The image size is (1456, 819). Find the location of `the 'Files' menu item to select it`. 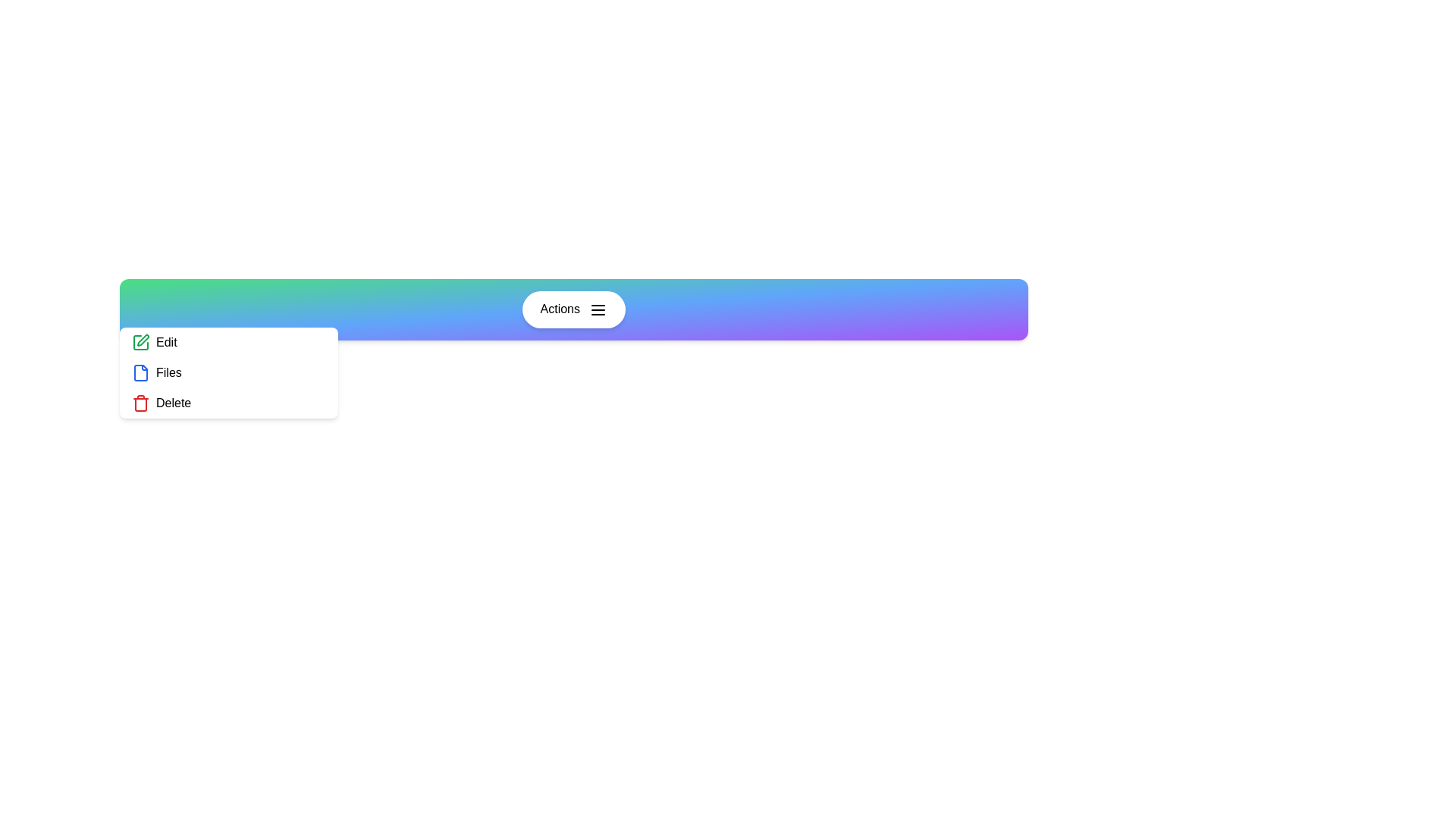

the 'Files' menu item to select it is located at coordinates (228, 373).